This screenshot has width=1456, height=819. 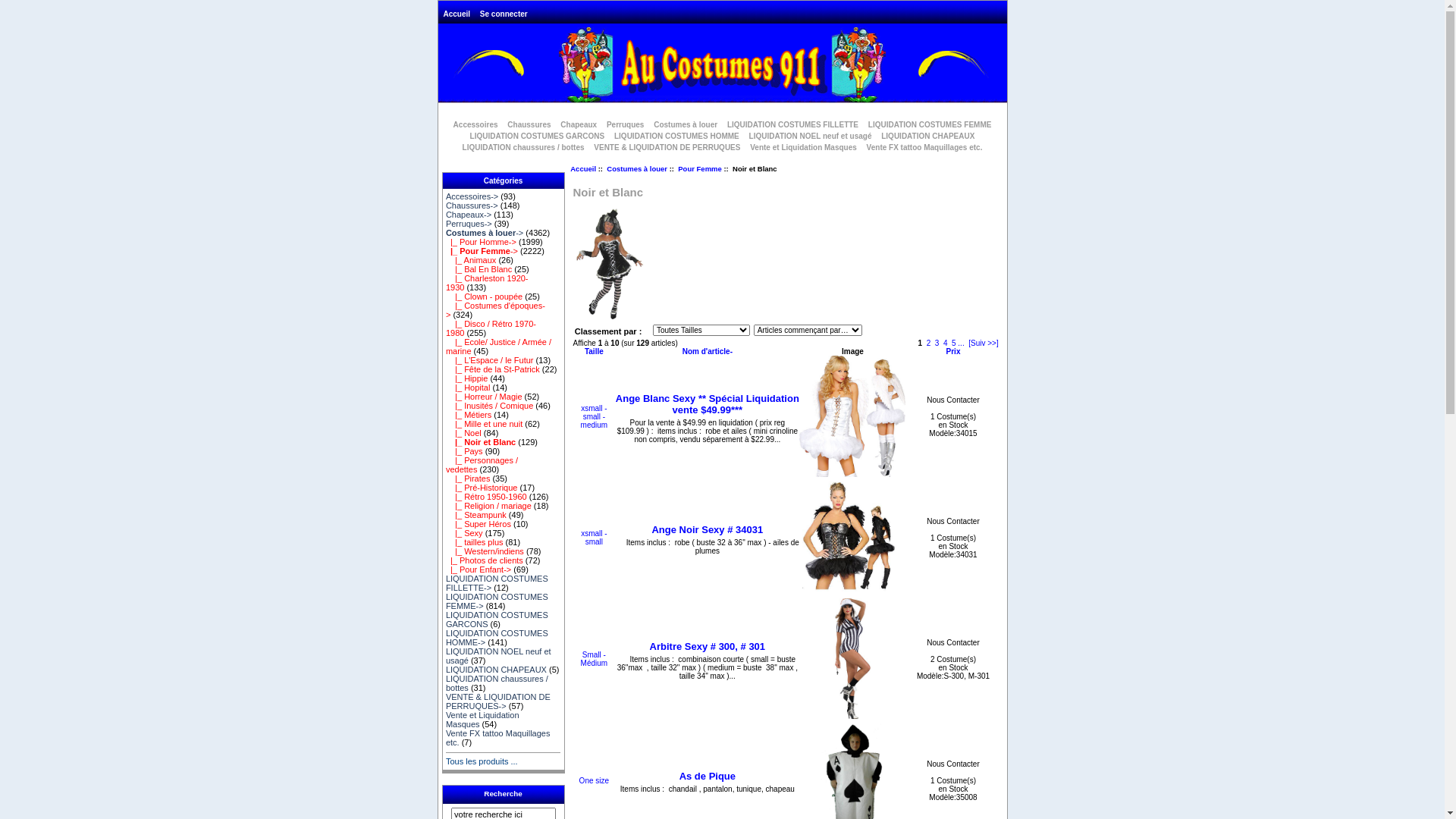 What do you see at coordinates (942, 343) in the screenshot?
I see `'4'` at bounding box center [942, 343].